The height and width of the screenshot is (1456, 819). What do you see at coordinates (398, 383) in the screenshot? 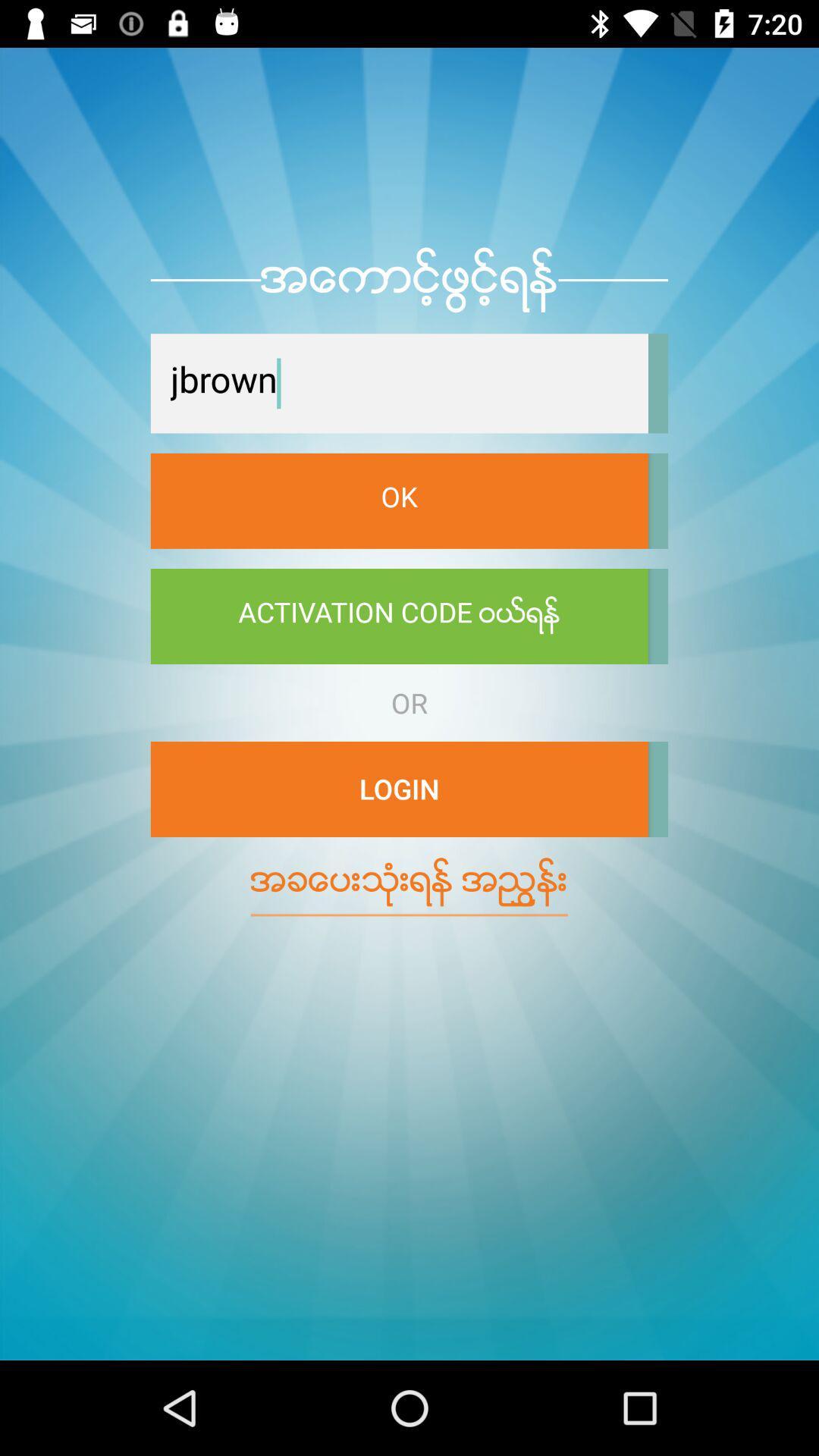
I see `the icon above the ok icon` at bounding box center [398, 383].